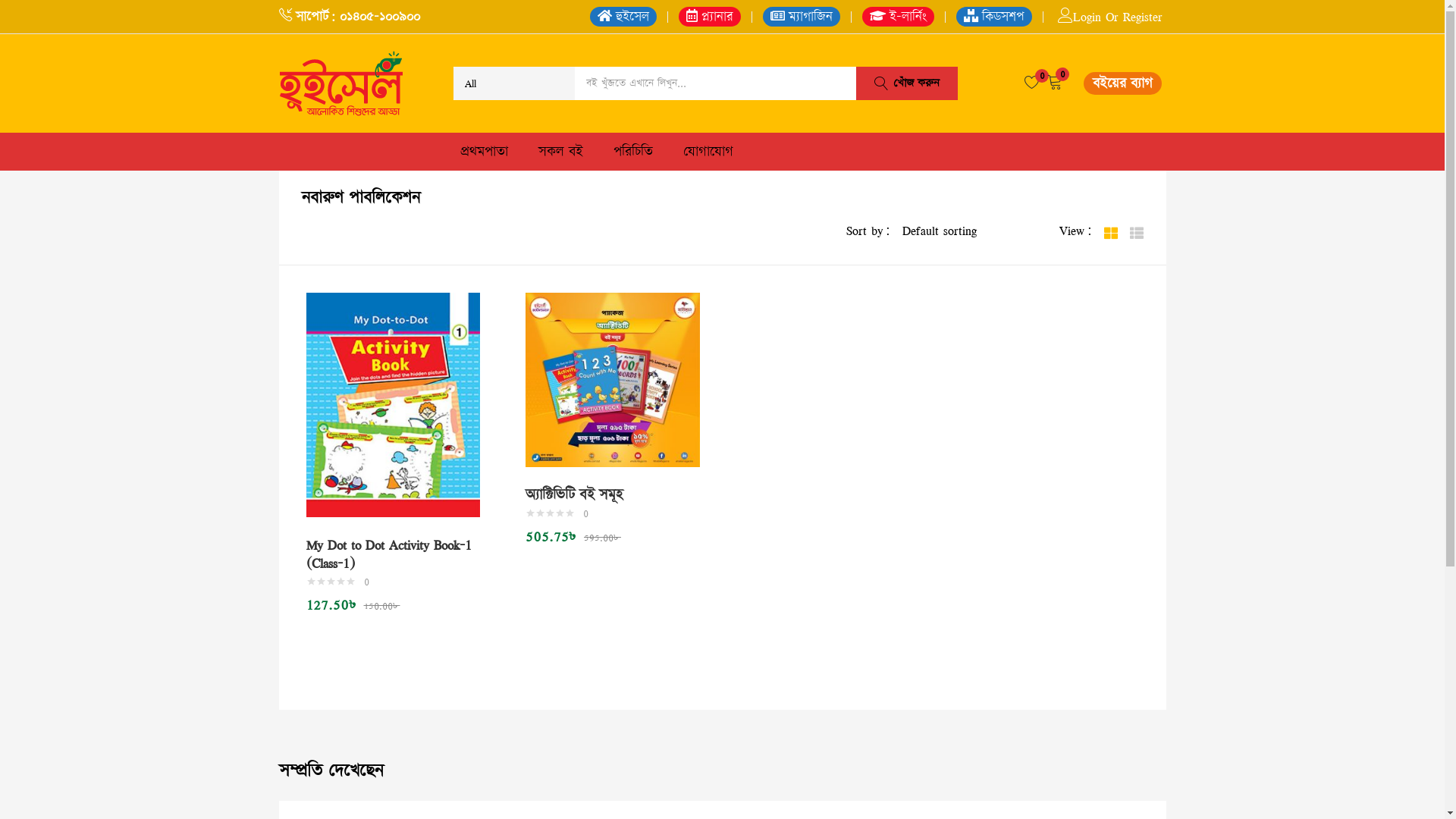 The width and height of the screenshot is (1456, 819). Describe the element at coordinates (1136, 230) in the screenshot. I see `'List'` at that location.